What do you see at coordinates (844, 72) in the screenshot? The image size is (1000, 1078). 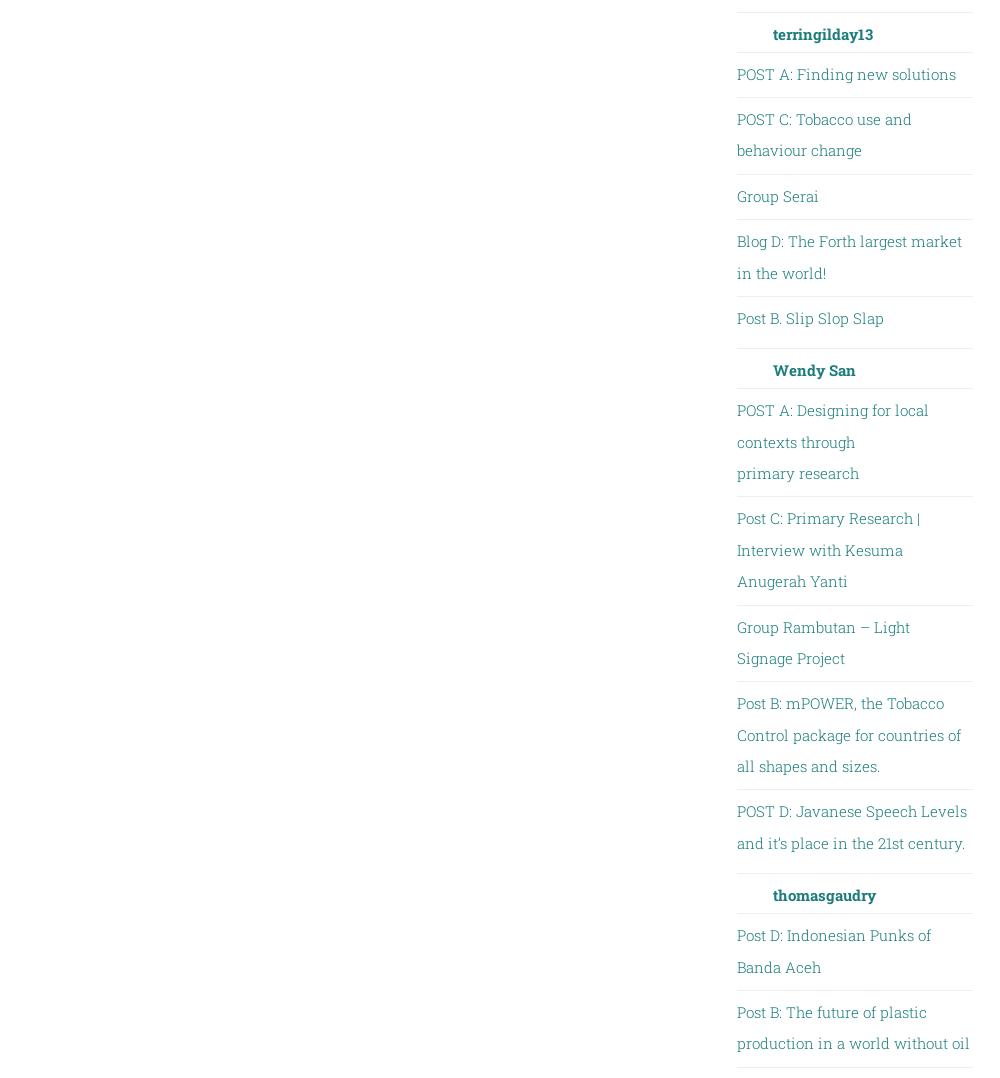 I see `'POST A: Finding new solutions'` at bounding box center [844, 72].